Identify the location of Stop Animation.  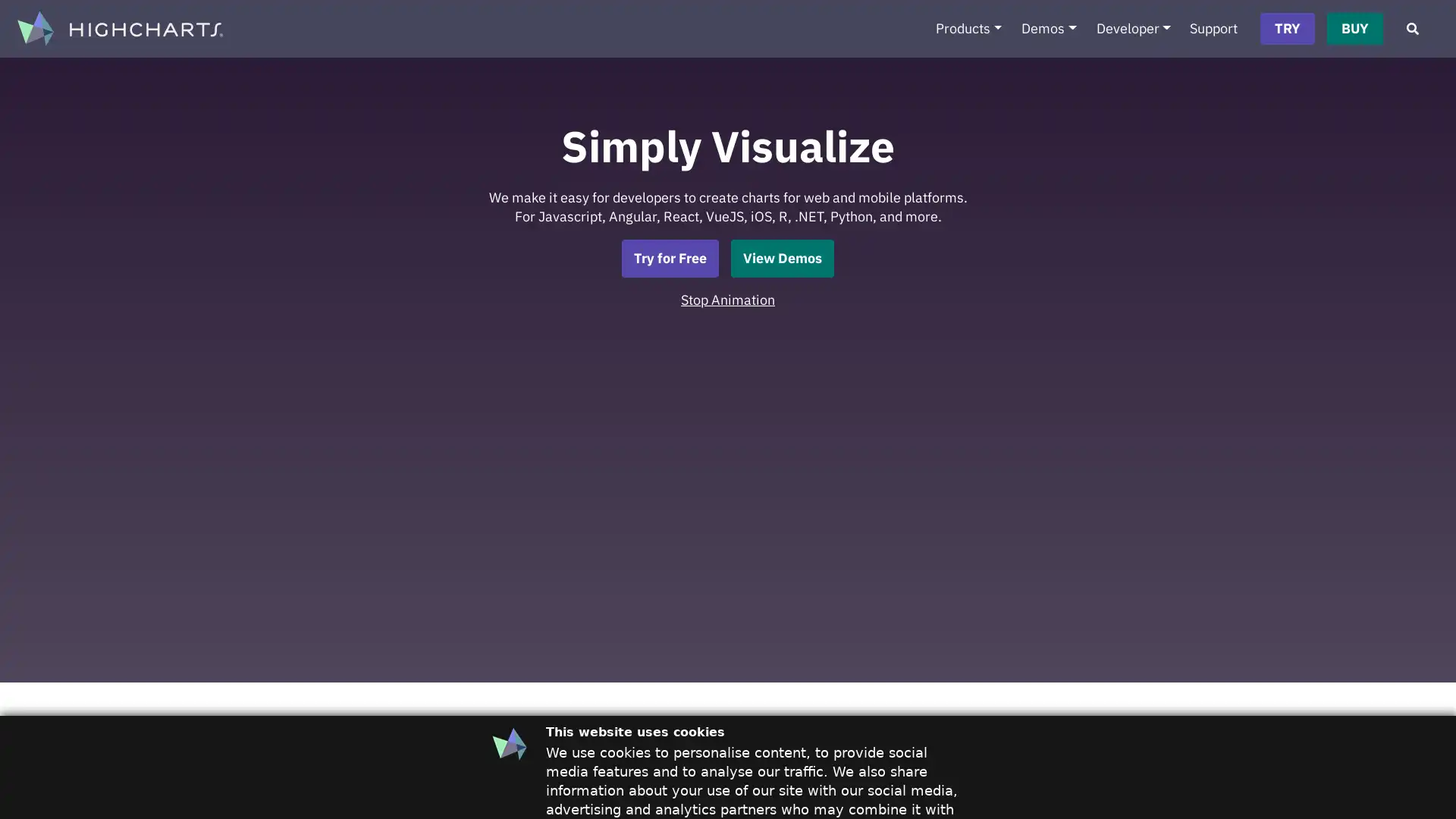
(728, 299).